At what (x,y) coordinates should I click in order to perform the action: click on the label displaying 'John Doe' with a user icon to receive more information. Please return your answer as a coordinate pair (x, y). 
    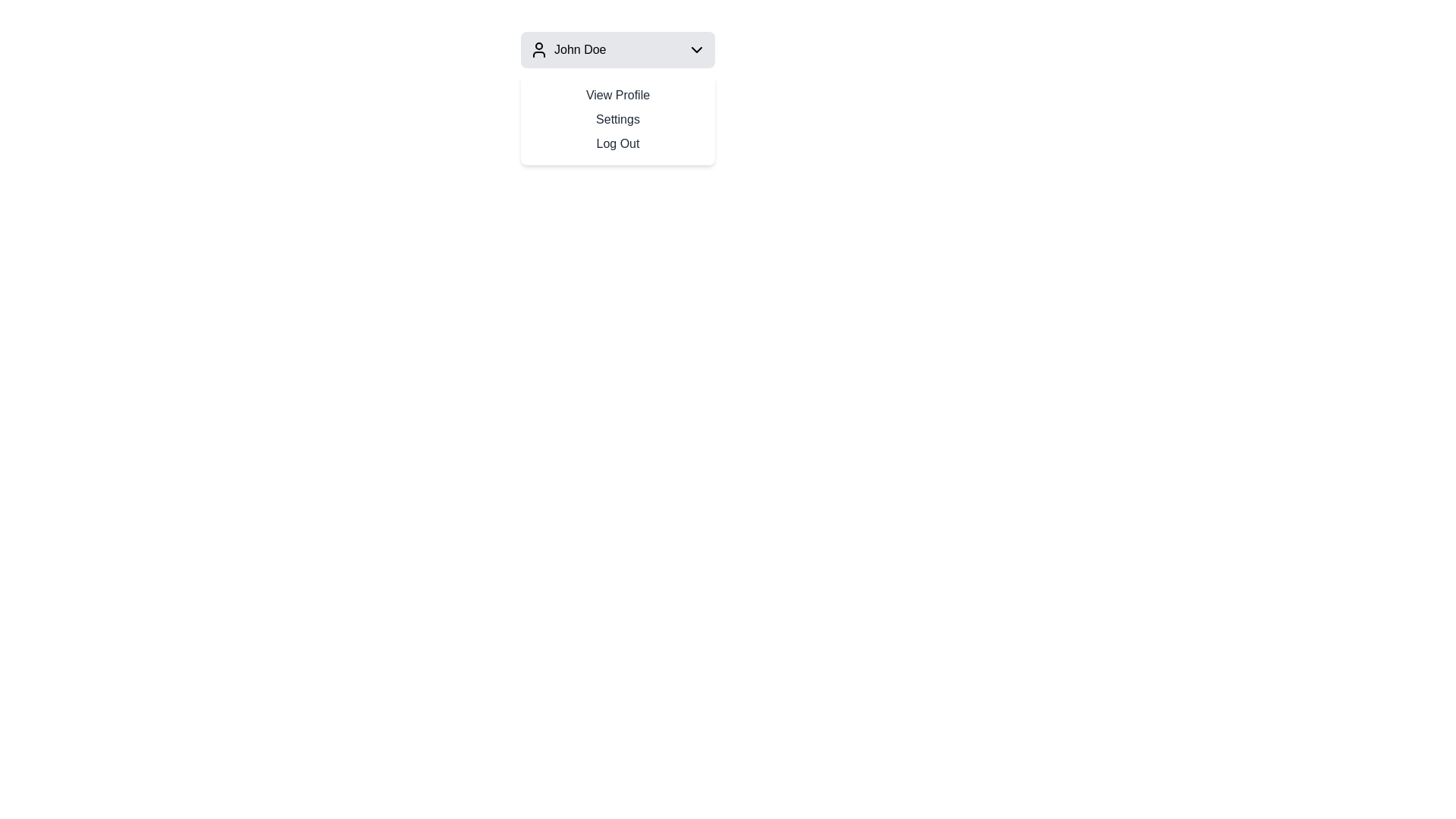
    Looking at the image, I should click on (567, 49).